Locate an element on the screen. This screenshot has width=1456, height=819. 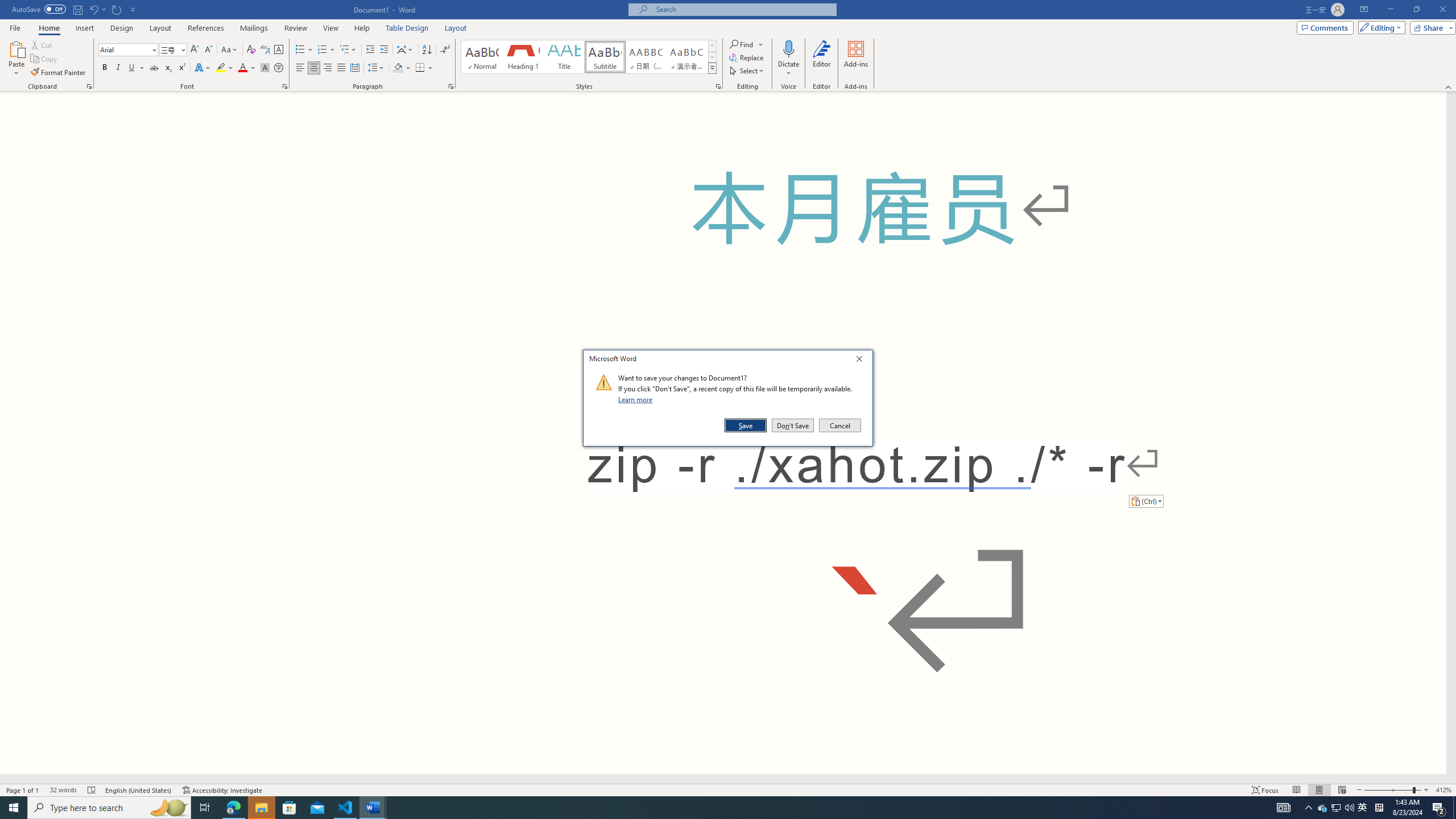
'Phonetic Guide...' is located at coordinates (264, 49).